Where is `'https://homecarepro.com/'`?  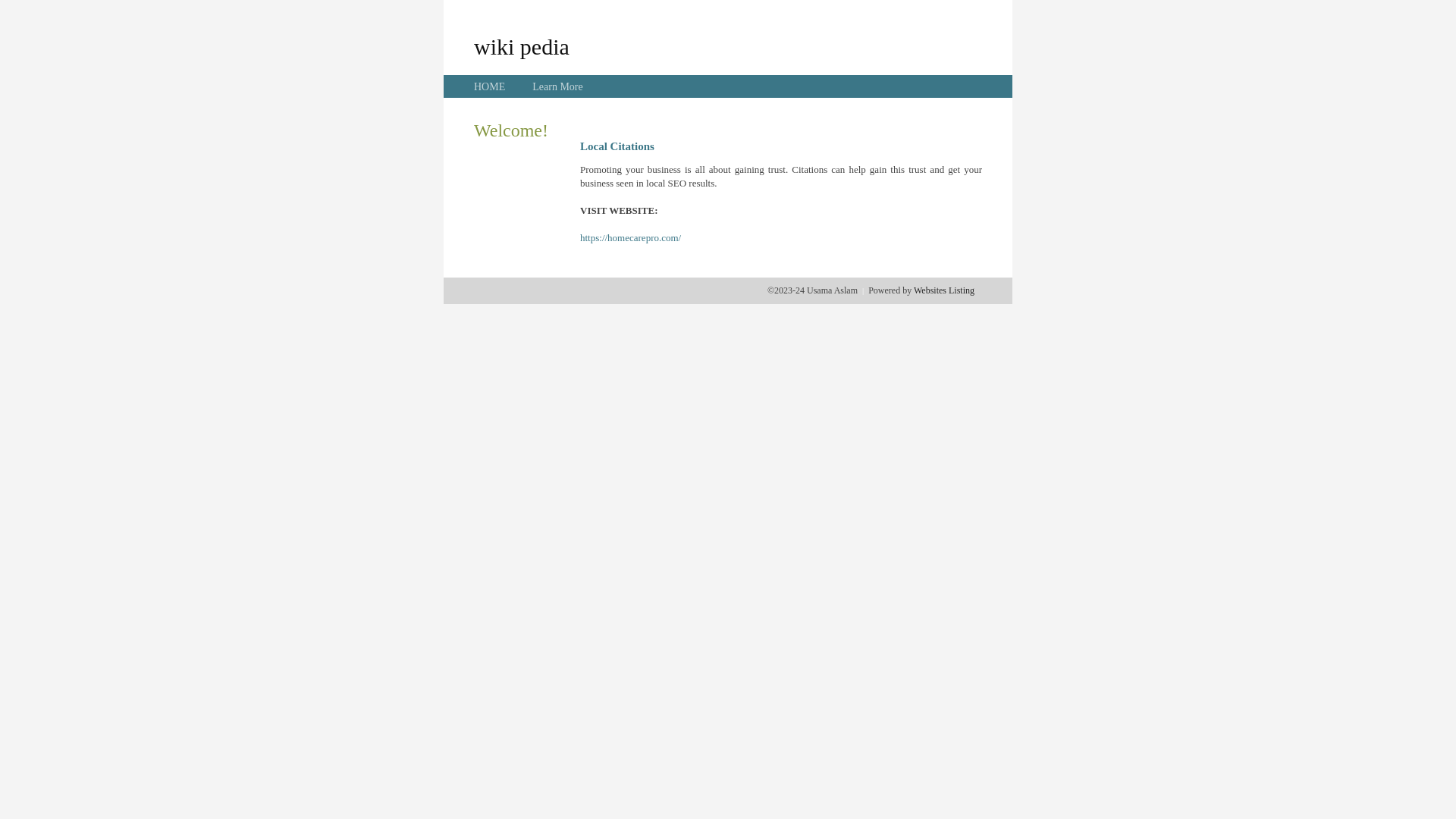 'https://homecarepro.com/' is located at coordinates (630, 237).